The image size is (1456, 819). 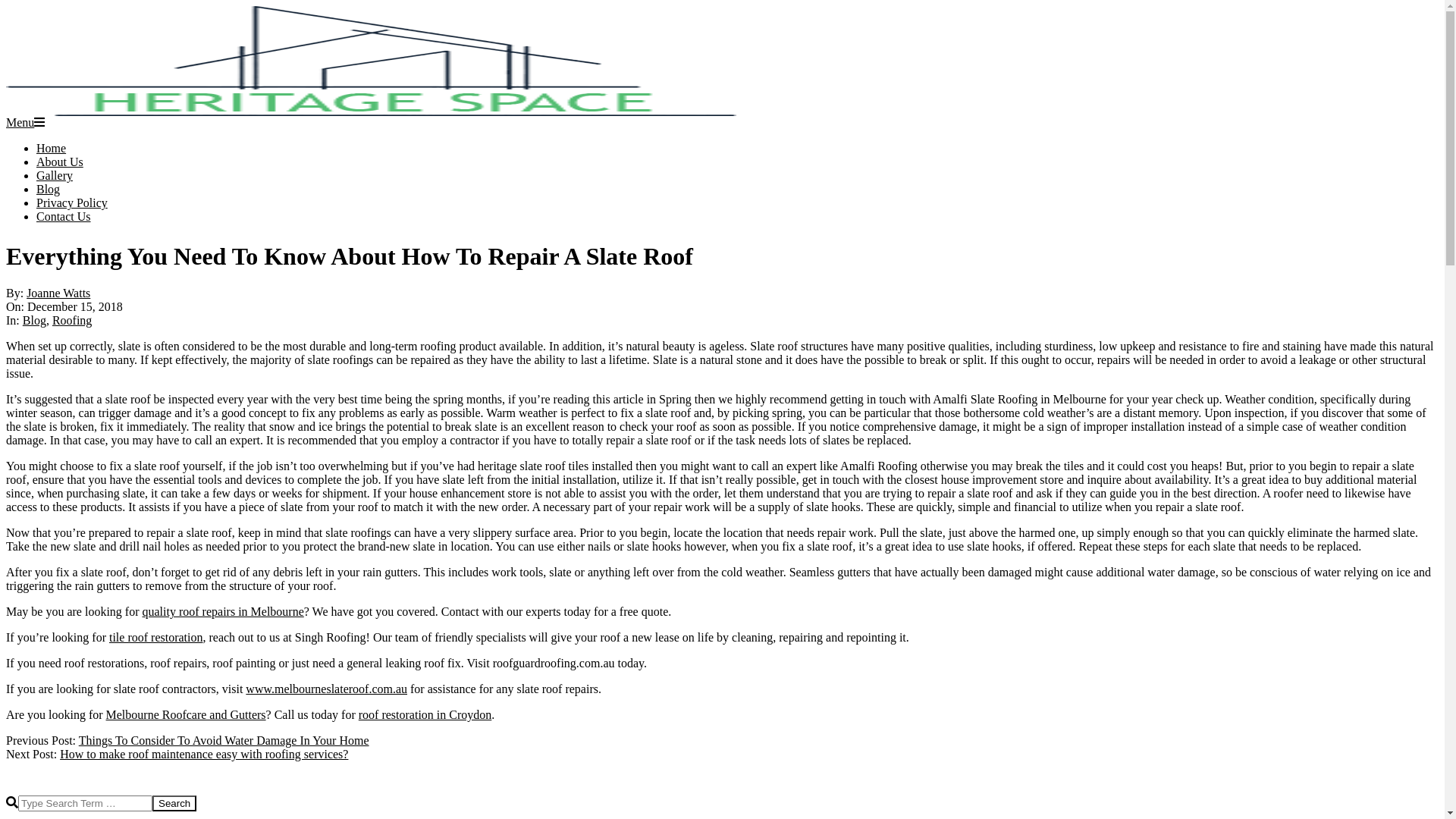 What do you see at coordinates (156, 637) in the screenshot?
I see `'tile roof restoration'` at bounding box center [156, 637].